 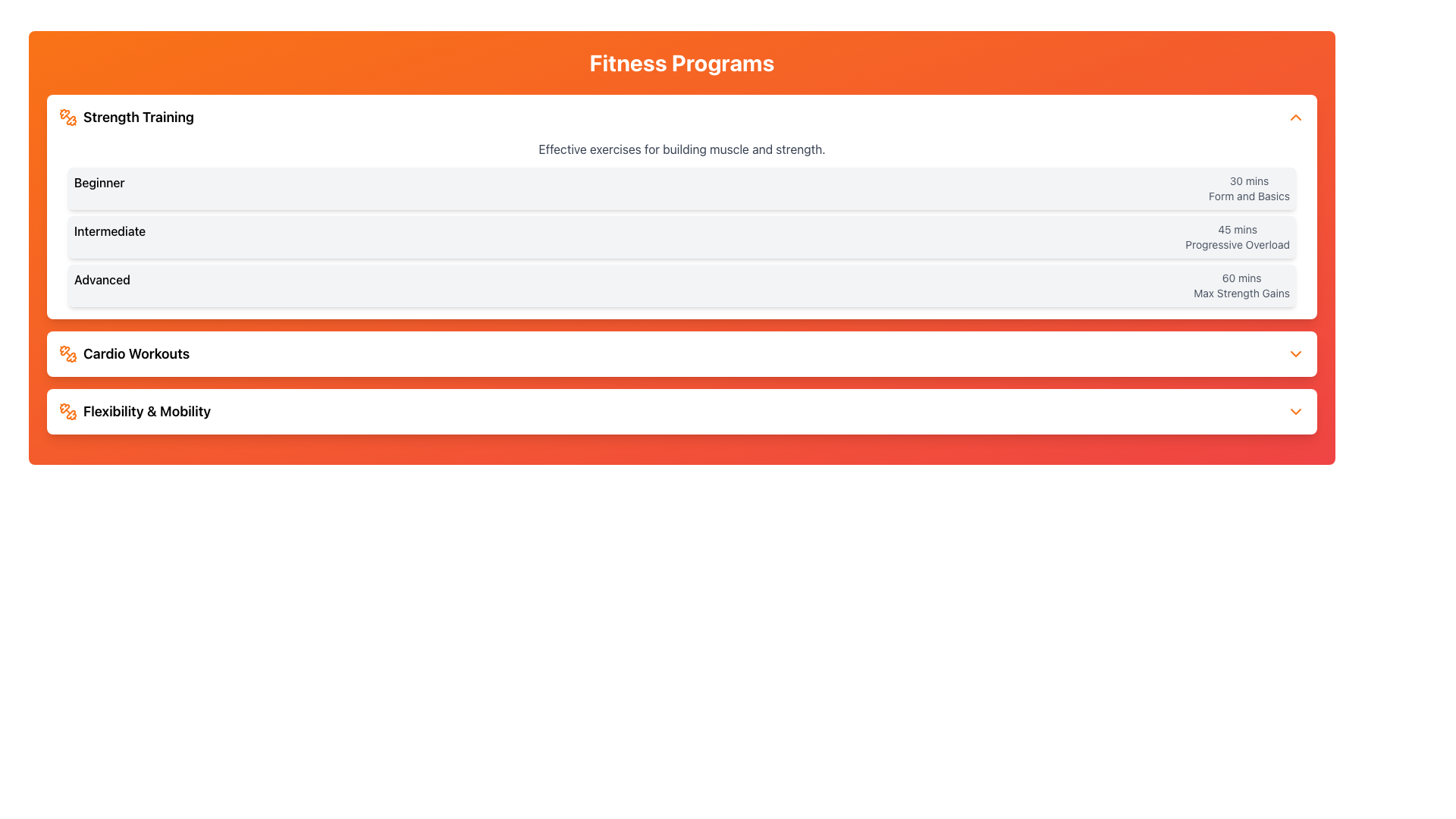 What do you see at coordinates (67, 353) in the screenshot?
I see `the 'Cardio Workouts' icon located in the header section, positioned to the left of the text label 'Cardio Workouts'` at bounding box center [67, 353].